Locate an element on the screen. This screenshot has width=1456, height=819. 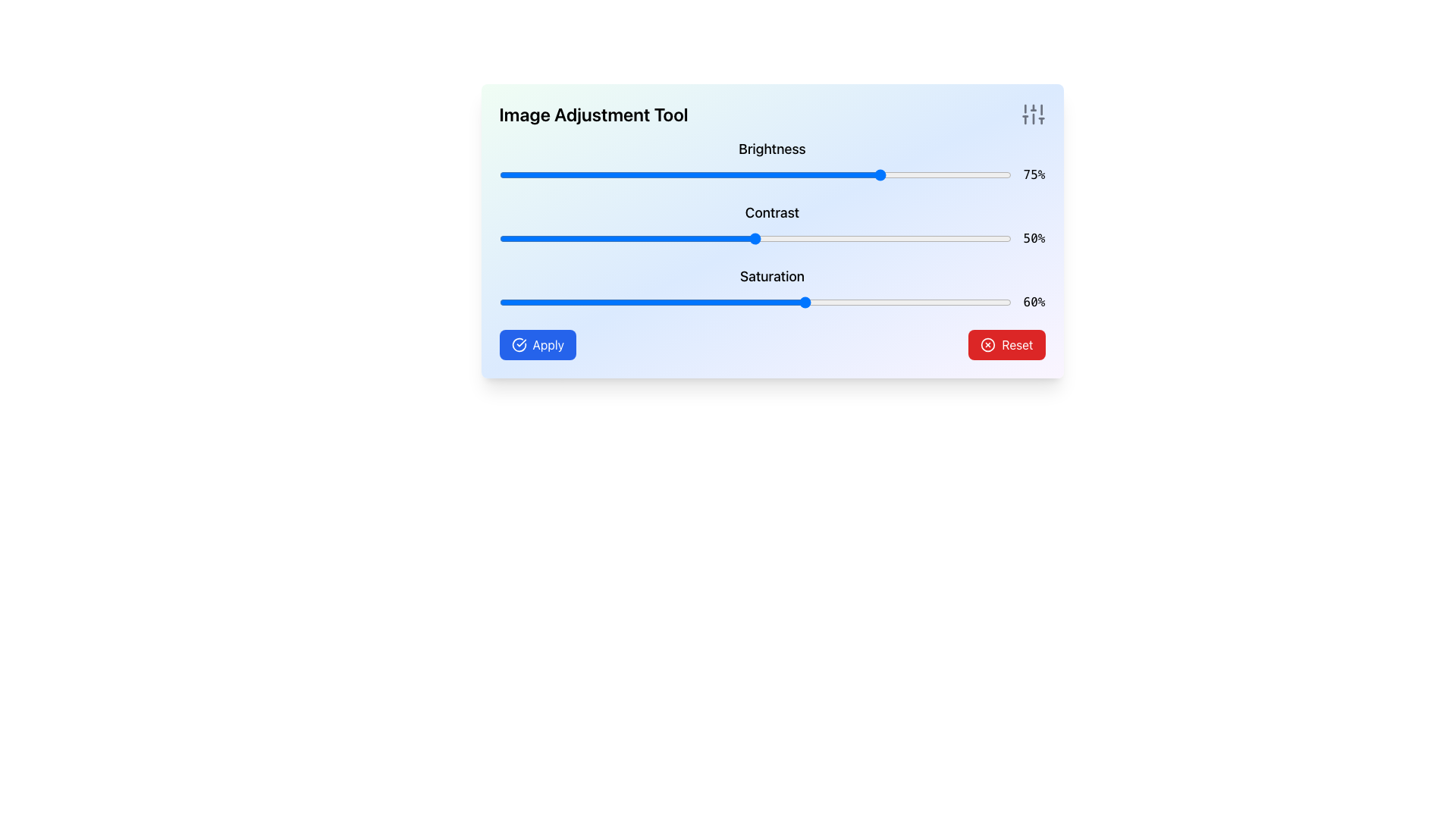
the brightness is located at coordinates (607, 174).